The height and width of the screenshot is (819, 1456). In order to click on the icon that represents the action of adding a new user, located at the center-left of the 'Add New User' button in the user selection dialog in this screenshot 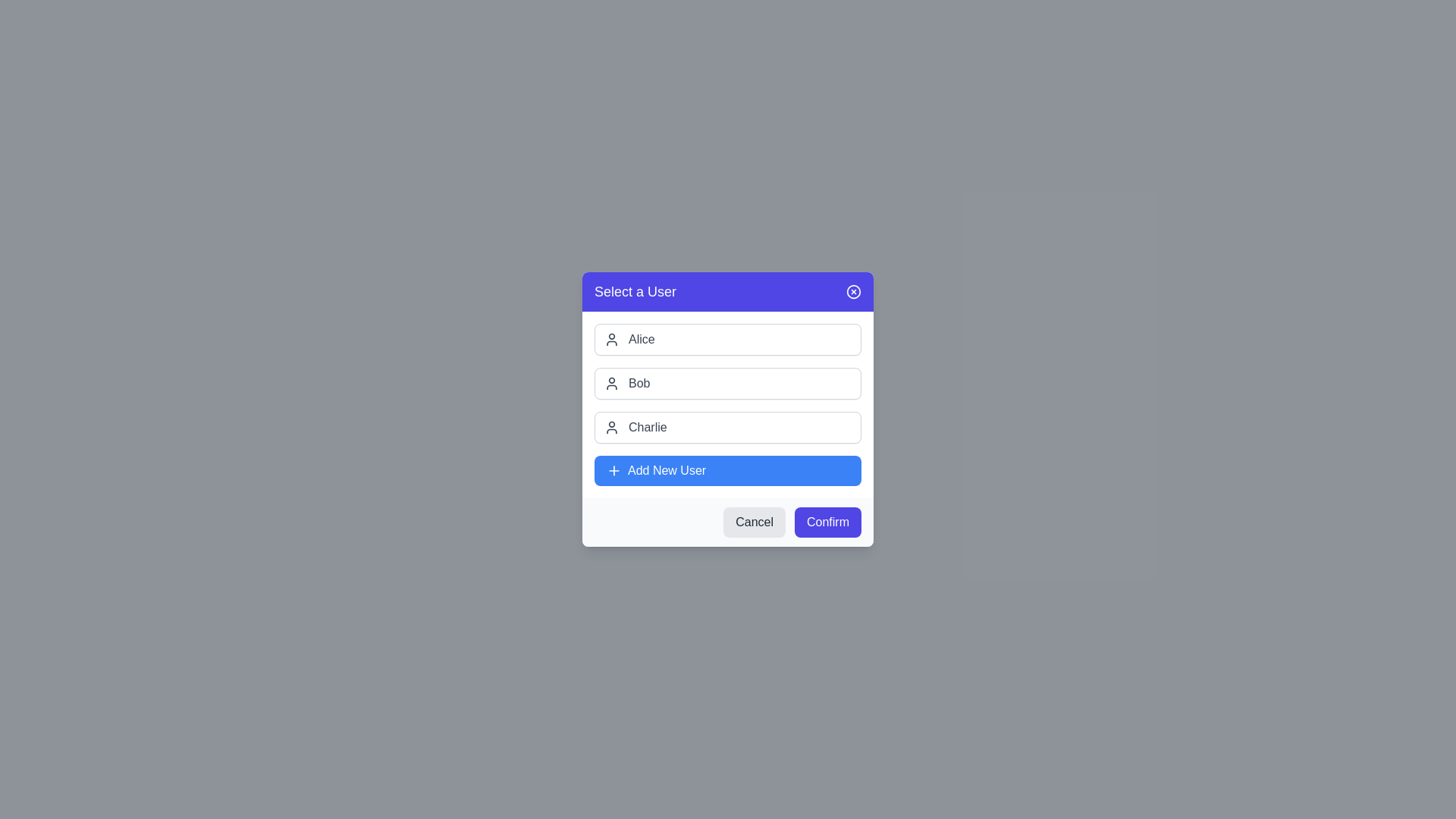, I will do `click(614, 470)`.